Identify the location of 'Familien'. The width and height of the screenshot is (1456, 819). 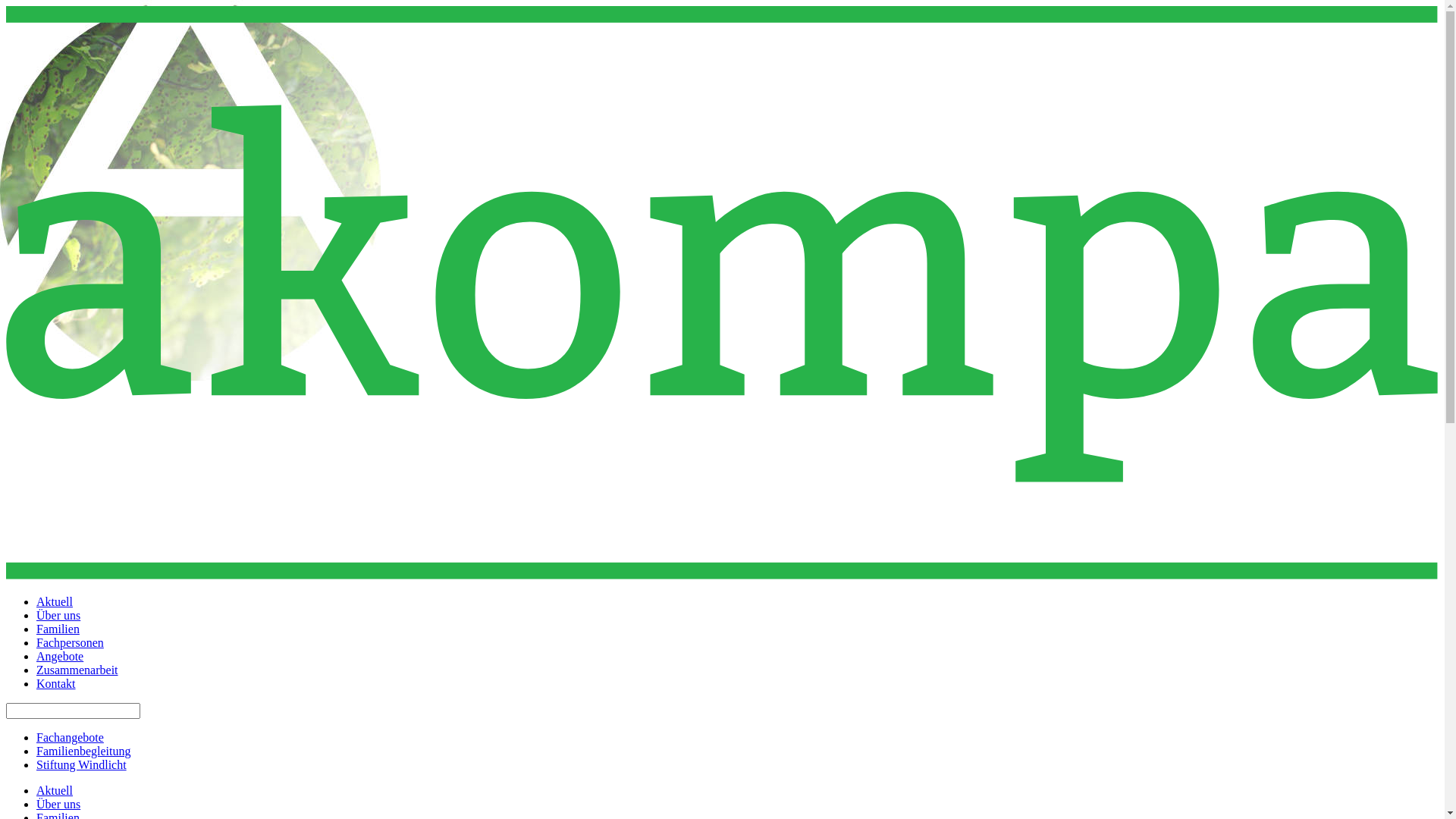
(58, 629).